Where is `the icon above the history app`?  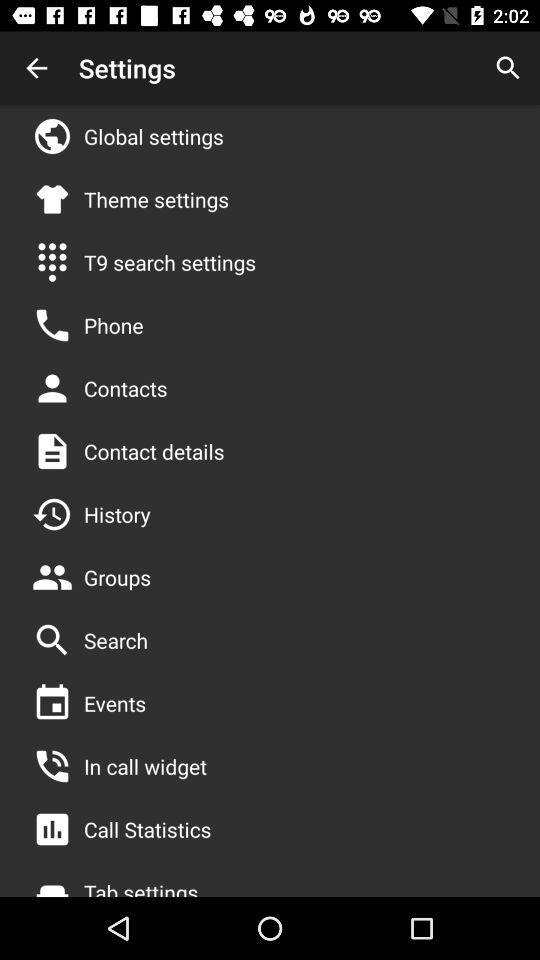 the icon above the history app is located at coordinates (153, 451).